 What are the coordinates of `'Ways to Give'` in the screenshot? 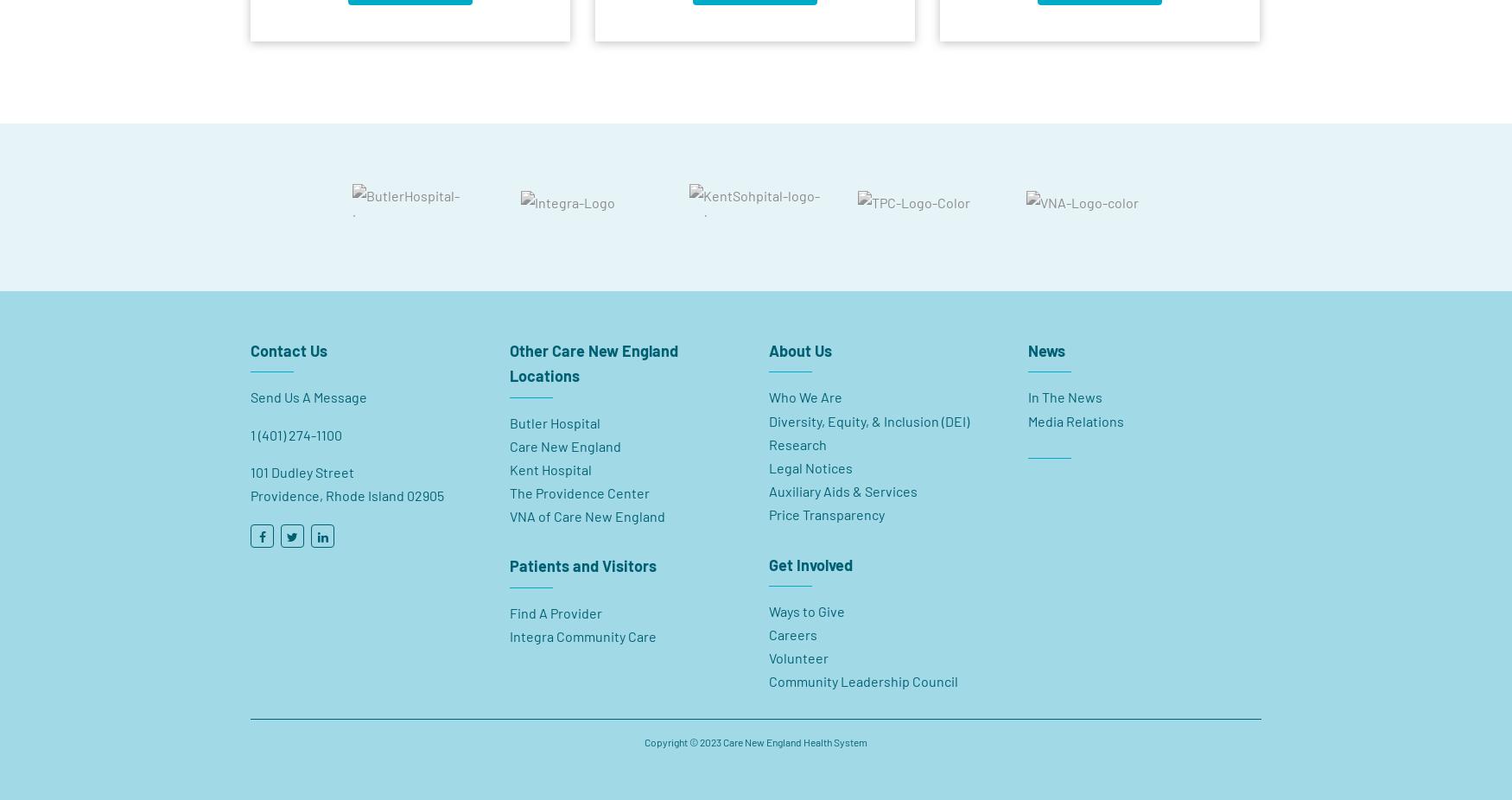 It's located at (805, 602).